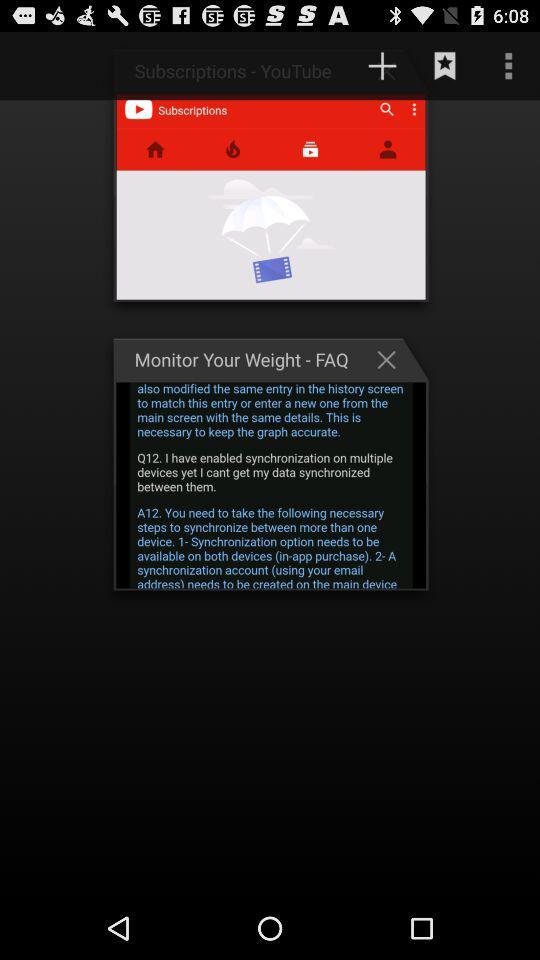 The width and height of the screenshot is (540, 960). Describe the element at coordinates (508, 70) in the screenshot. I see `the more icon` at that location.